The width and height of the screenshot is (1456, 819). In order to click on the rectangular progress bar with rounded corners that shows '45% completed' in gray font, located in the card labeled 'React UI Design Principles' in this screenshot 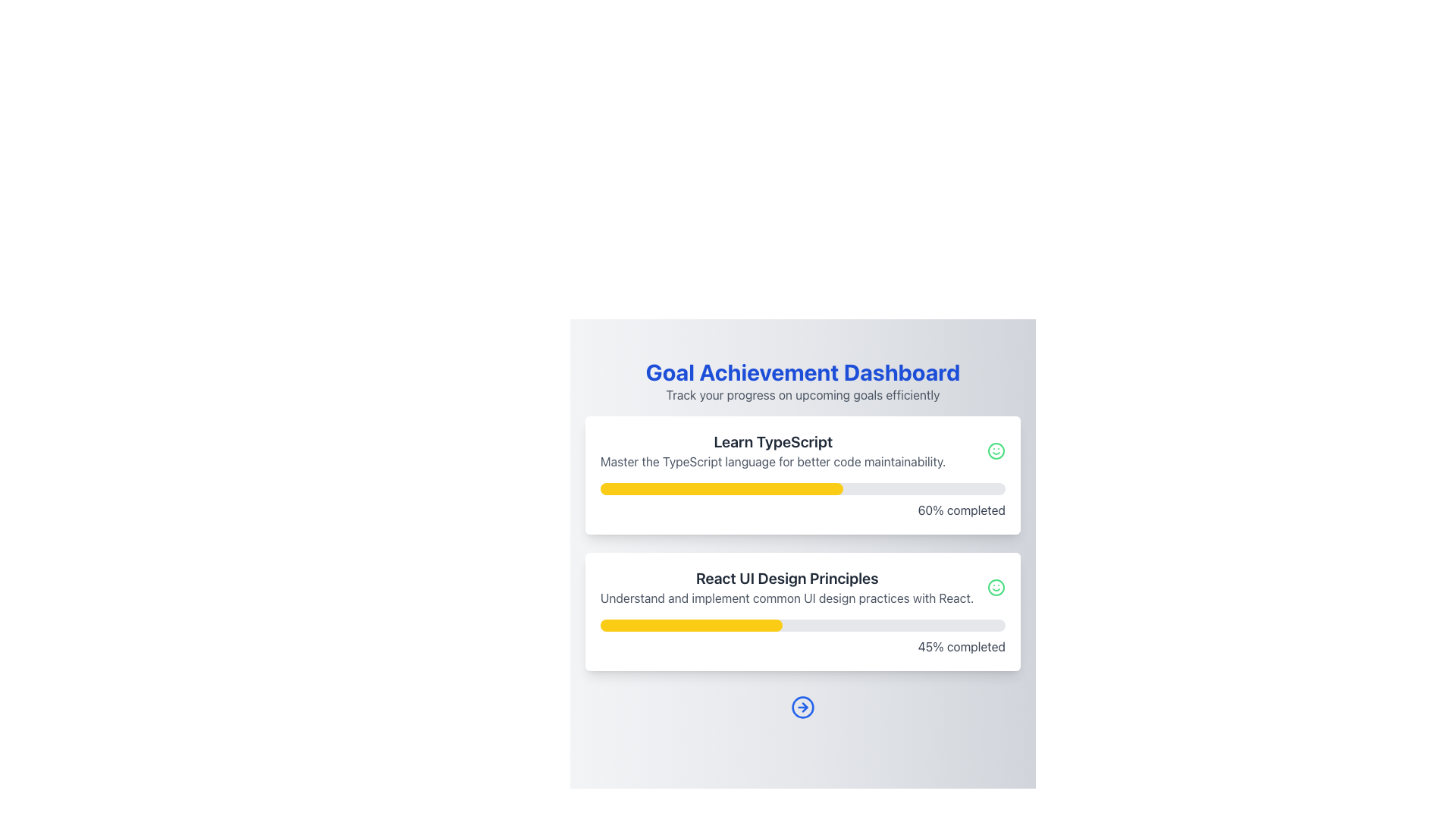, I will do `click(802, 637)`.